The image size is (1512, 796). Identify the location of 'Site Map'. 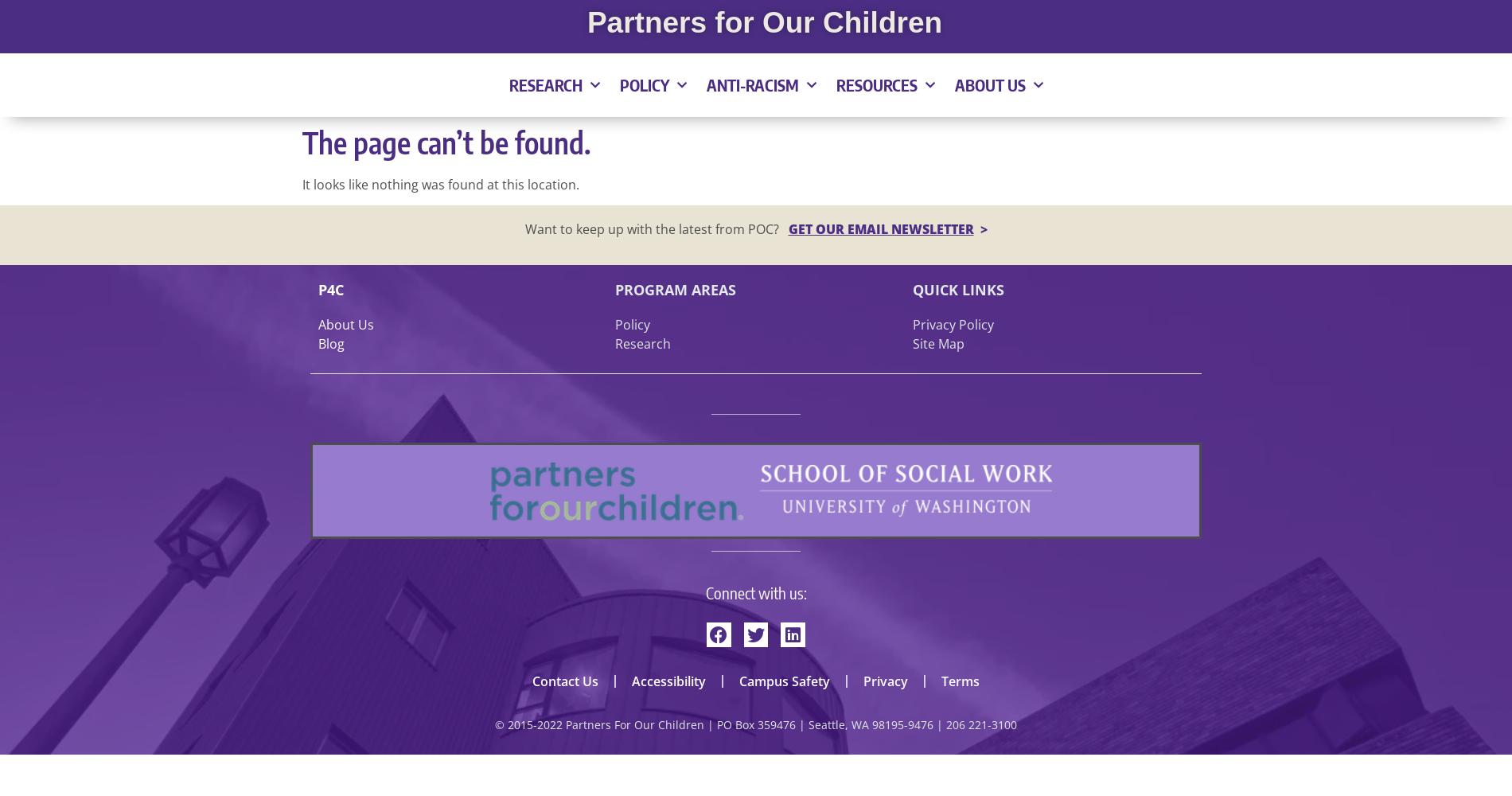
(937, 344).